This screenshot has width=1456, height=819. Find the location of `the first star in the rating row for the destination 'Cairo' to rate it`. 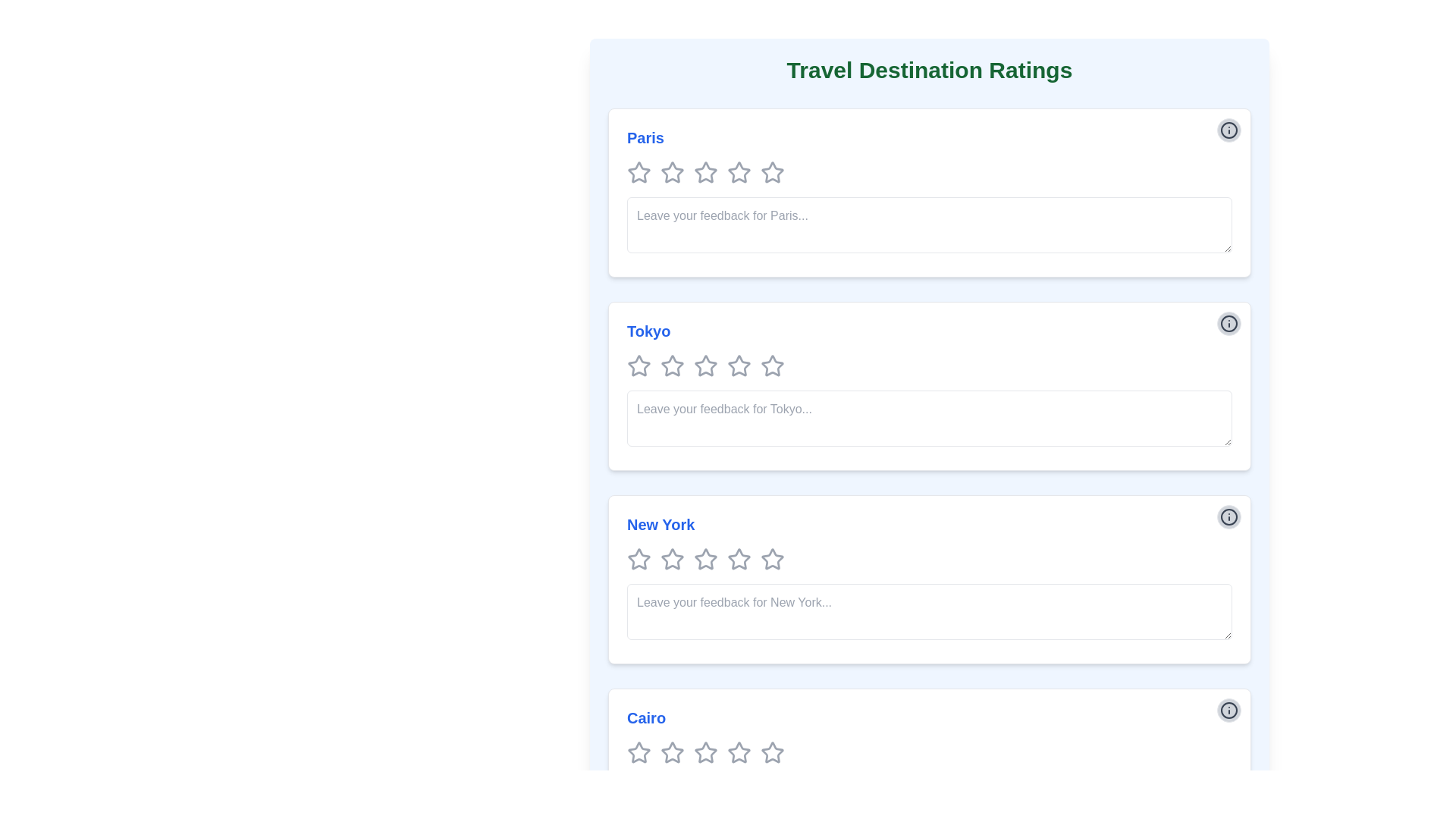

the first star in the rating row for the destination 'Cairo' to rate it is located at coordinates (639, 752).